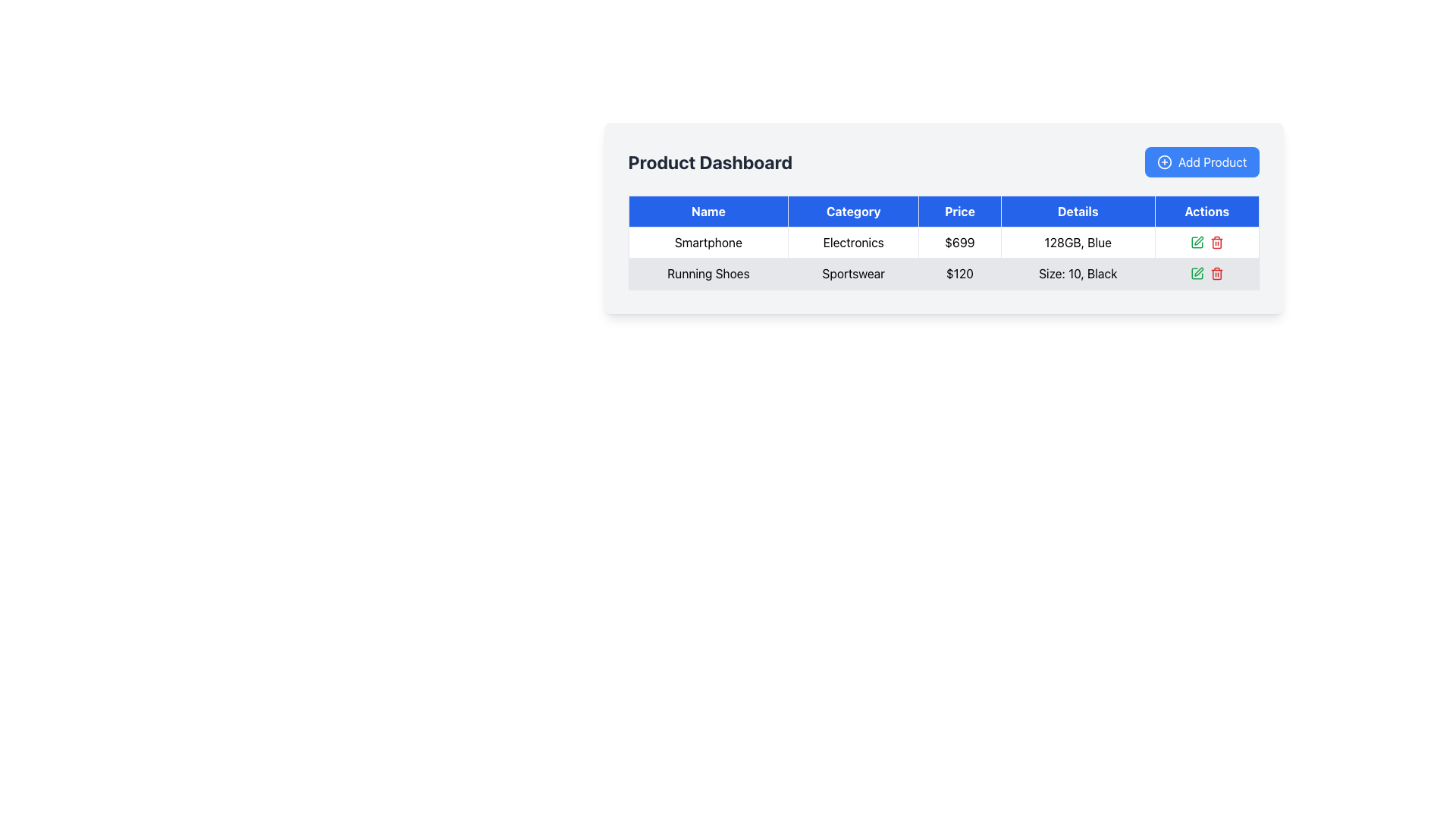 The image size is (1456, 819). I want to click on the vibrant red trash icon button located at the far right in the 'Actions' column of the row for 'Running Shoes', so click(1216, 274).